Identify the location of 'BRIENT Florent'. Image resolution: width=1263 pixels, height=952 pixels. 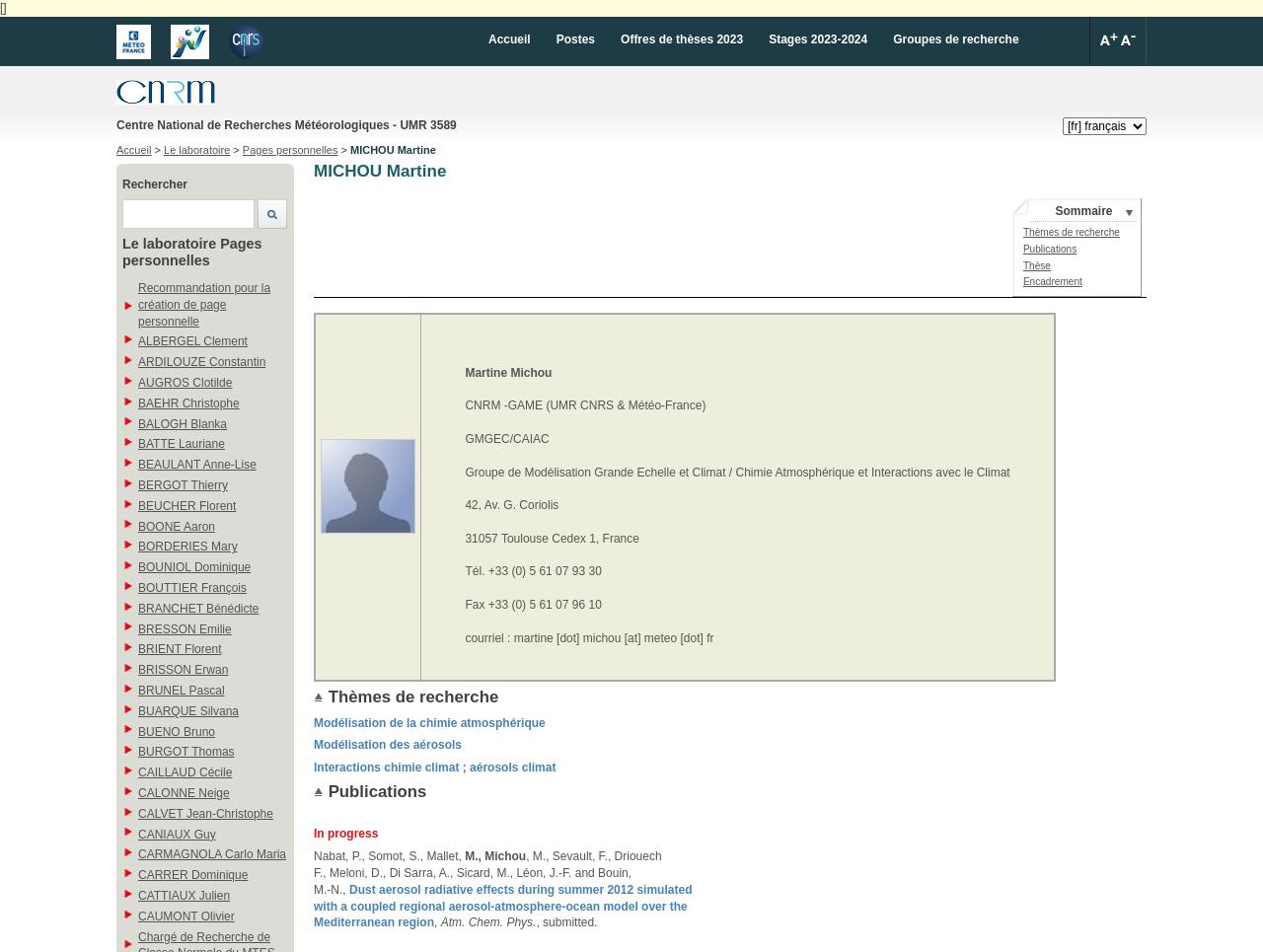
(180, 649).